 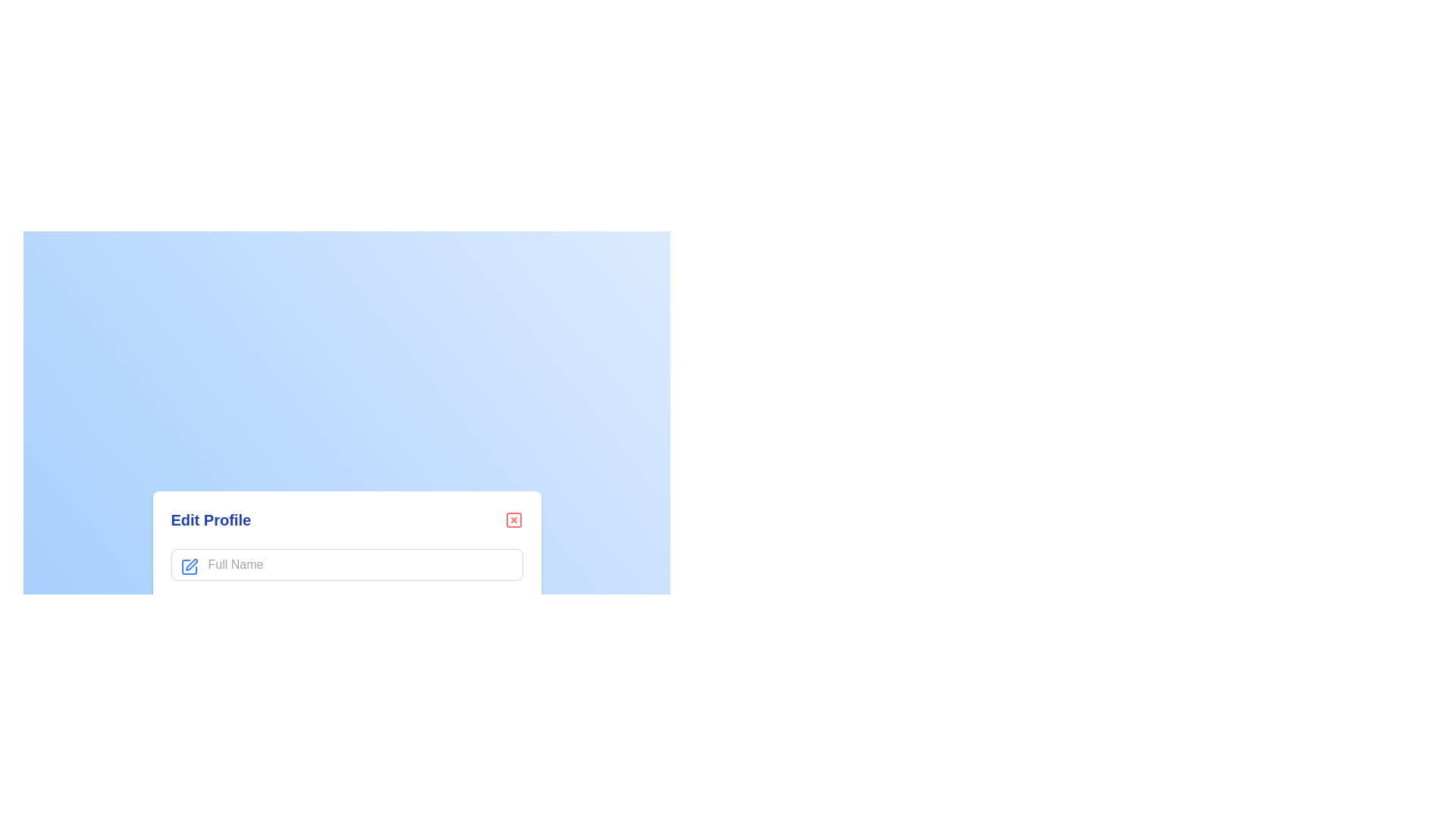 I want to click on the edit icon located in the top-left corner of the 'Full Name' input field in the Edit Profile form, so click(x=190, y=564).